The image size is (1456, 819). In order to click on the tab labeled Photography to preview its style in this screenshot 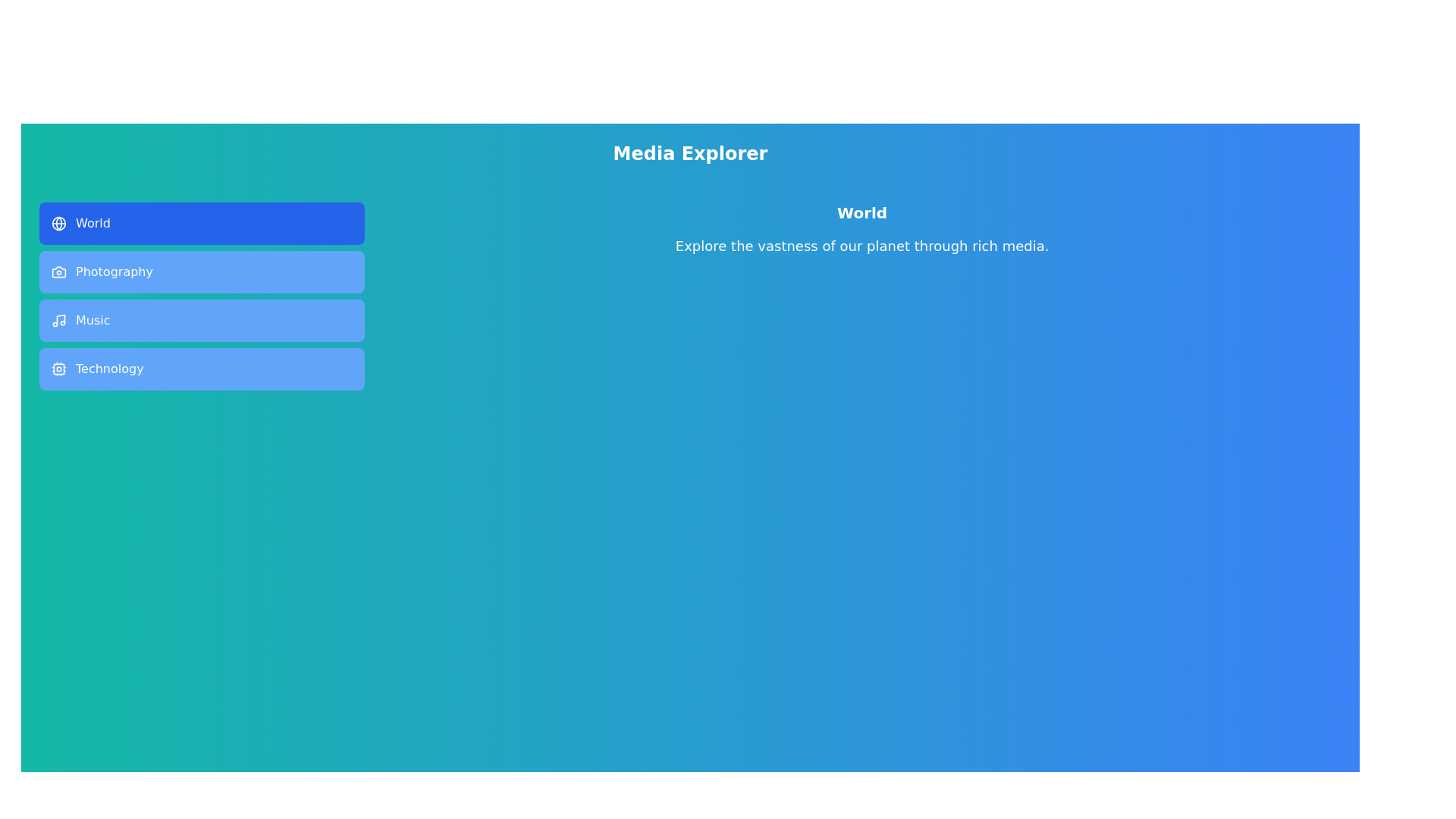, I will do `click(201, 271)`.